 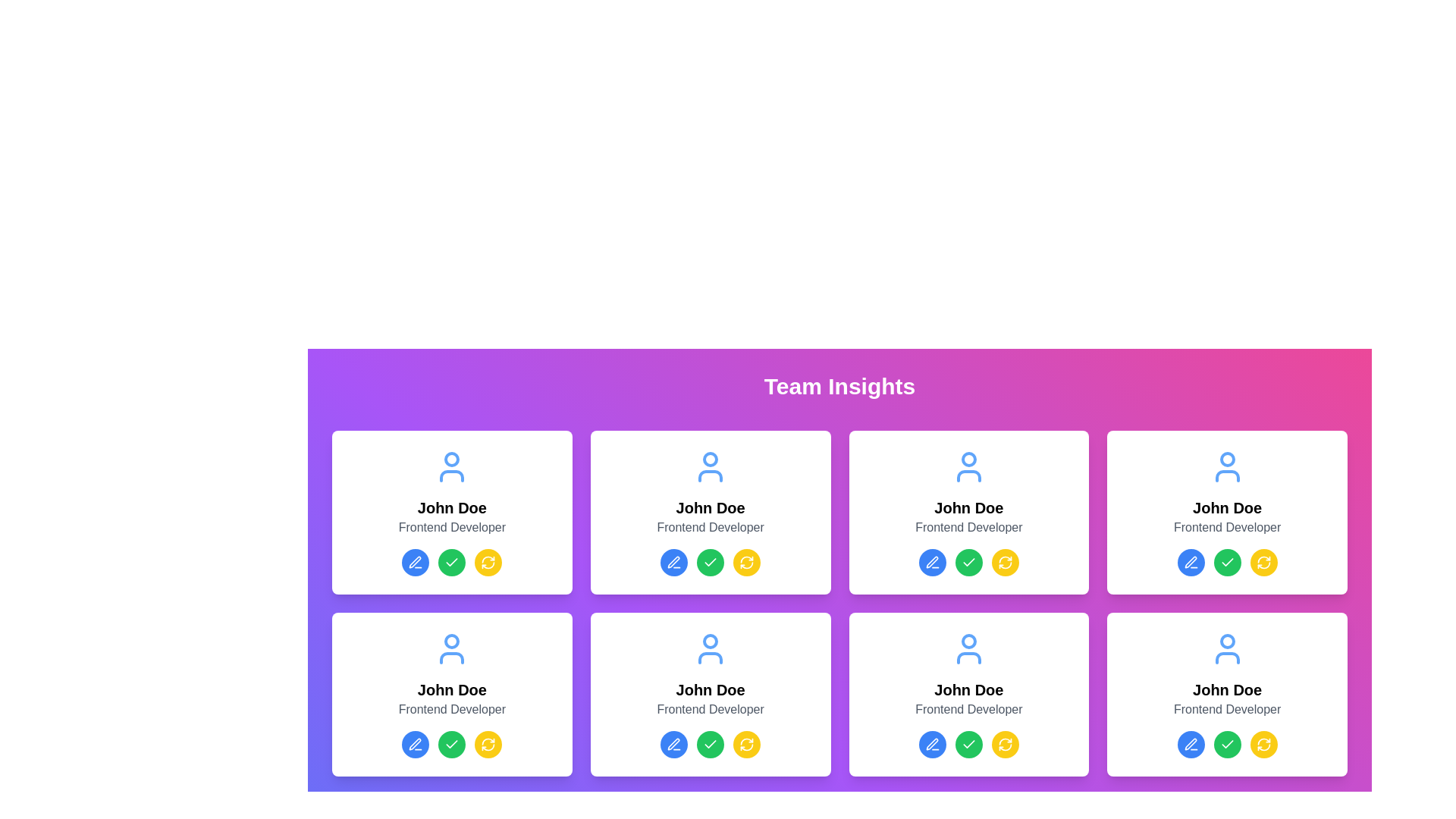 I want to click on the blue user silhouette icon located in the top row, third from the left of the card, centered above the text 'John Doe' and 'Frontend Developer', so click(x=968, y=466).